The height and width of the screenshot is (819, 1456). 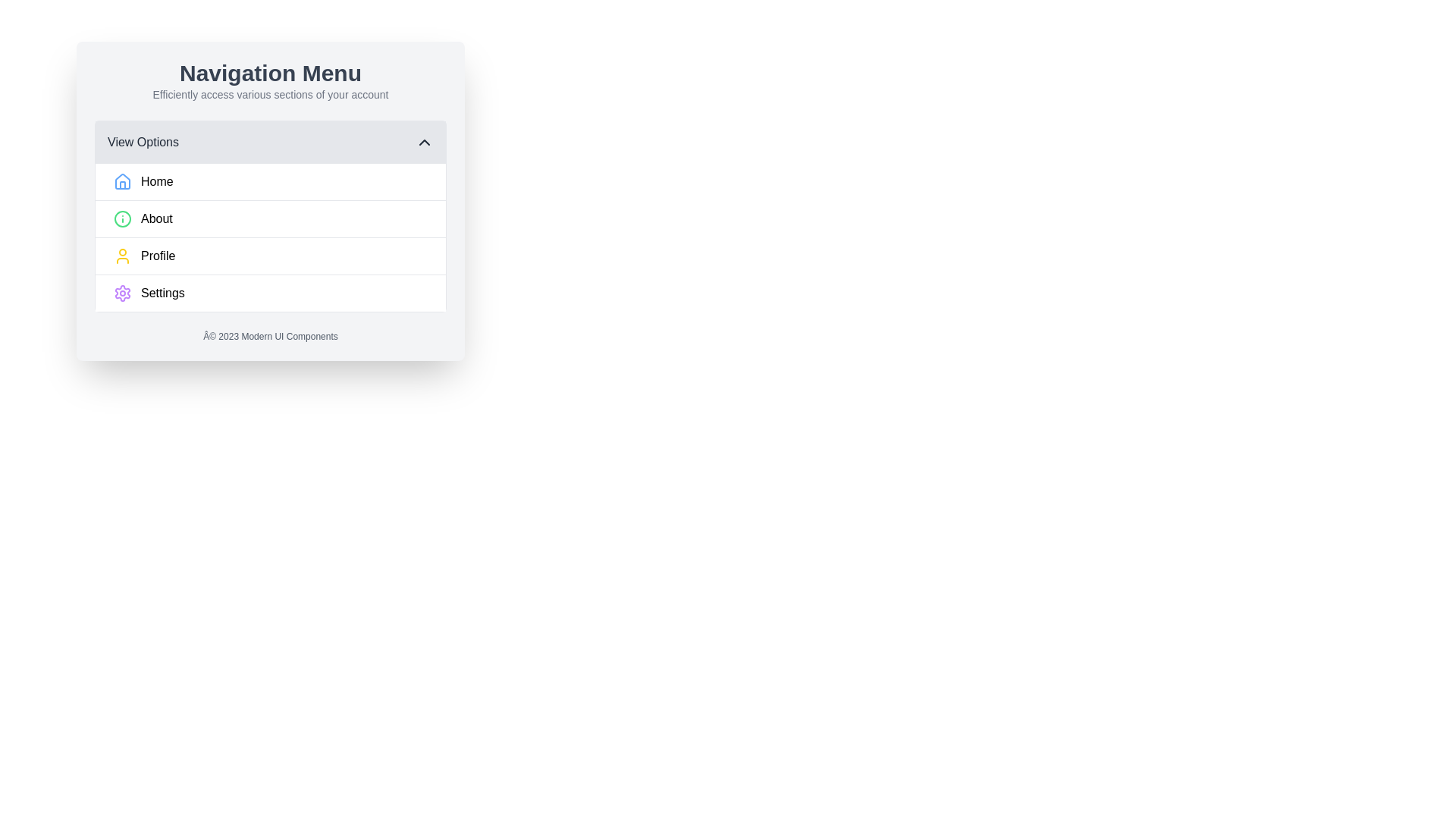 I want to click on the 'About' button in the vertical menu list under 'View Options', so click(x=270, y=216).